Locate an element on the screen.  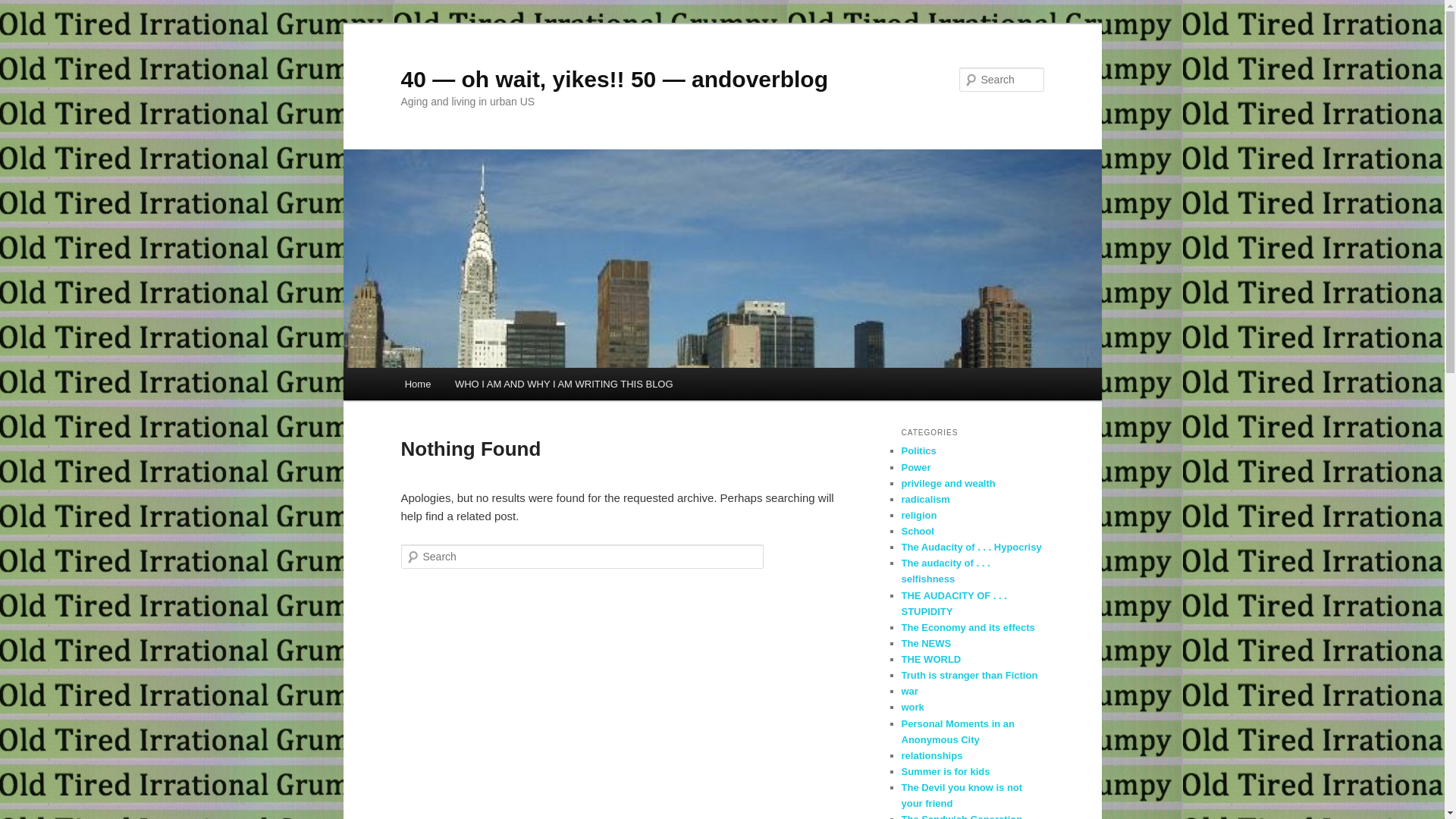
'Search' is located at coordinates (24, 8).